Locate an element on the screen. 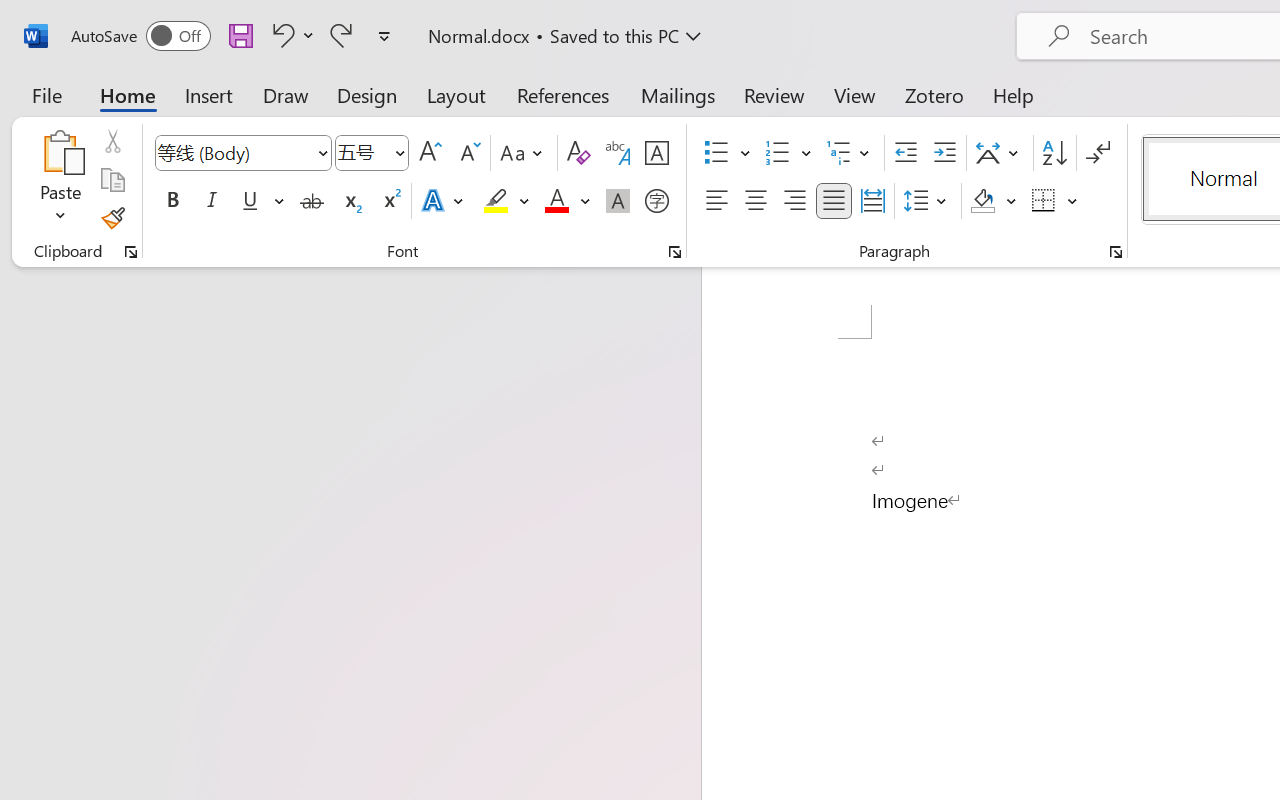 Image resolution: width=1280 pixels, height=800 pixels. 'Increase Indent' is located at coordinates (943, 153).